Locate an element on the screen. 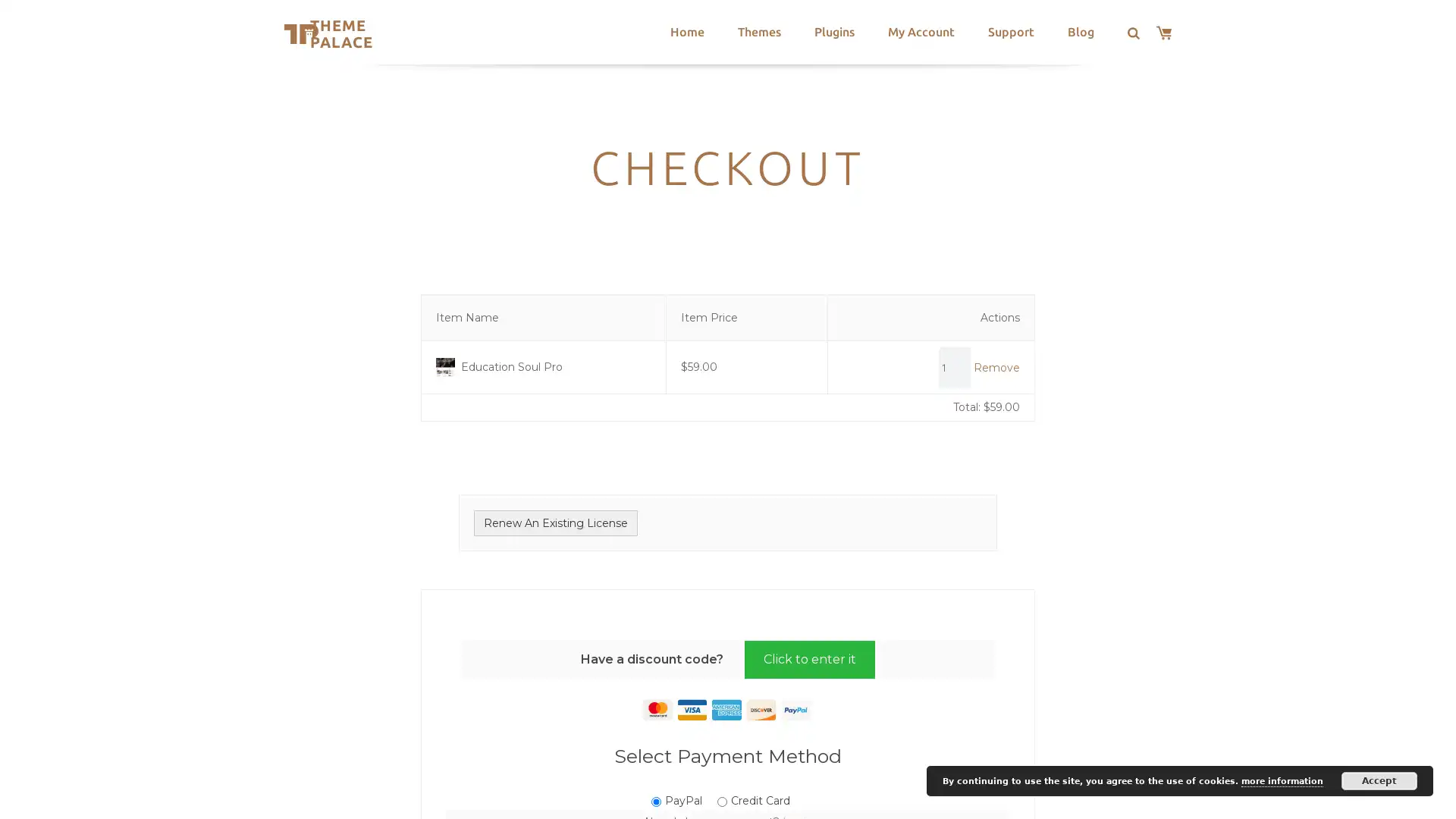 Image resolution: width=1456 pixels, height=819 pixels. Search is located at coordinates (468, 34).